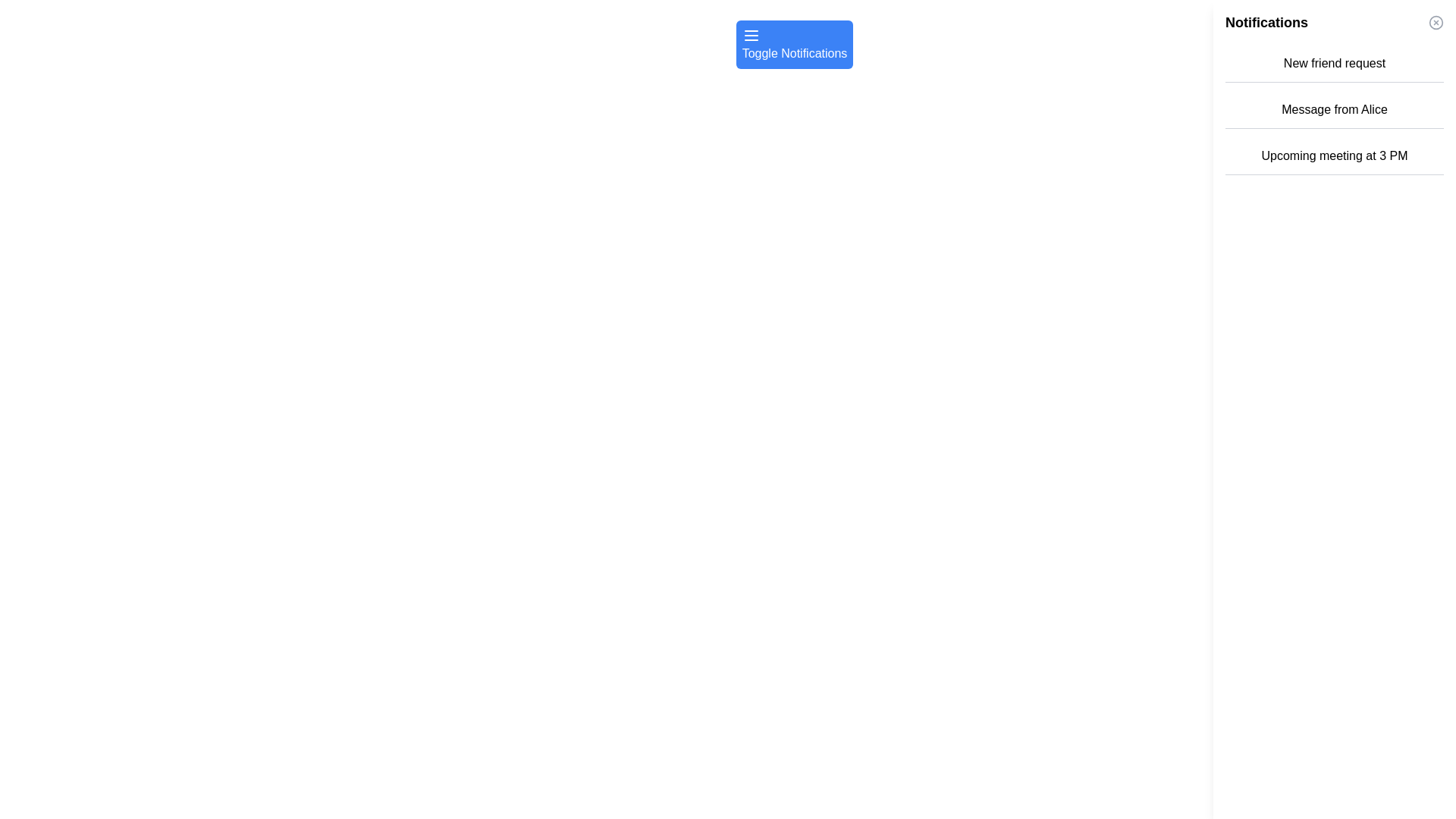 The width and height of the screenshot is (1456, 819). I want to click on the 'New friend request' notification label, which displays the text in bold within a light background and gray borders, positioned at the top of the notifications list, so click(1335, 63).